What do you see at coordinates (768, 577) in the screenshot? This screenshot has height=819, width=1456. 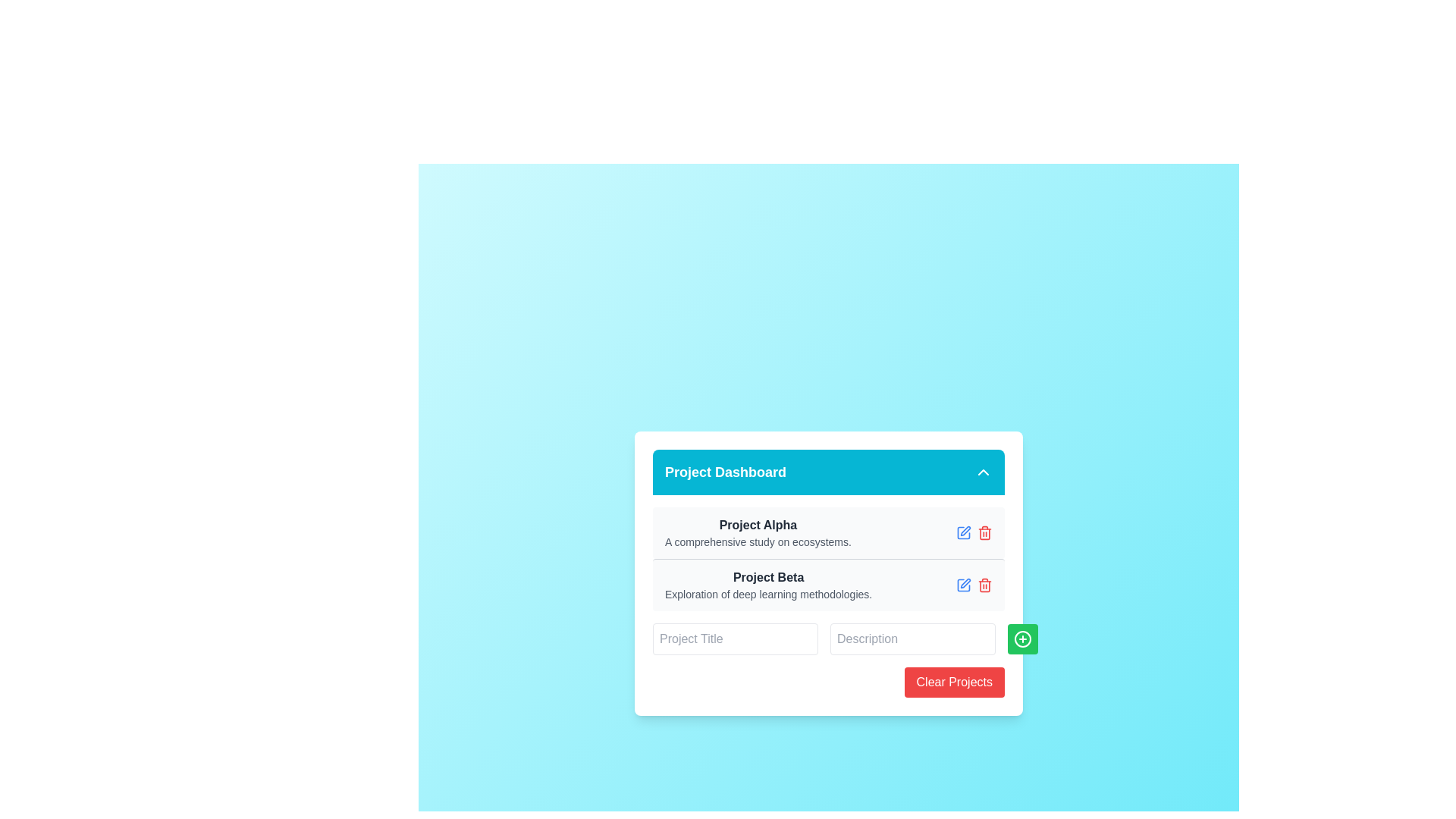 I see `the bold text label 'Project Beta', which is styled with a gray font color and is the second entry in the project list of the dashboard interface` at bounding box center [768, 577].